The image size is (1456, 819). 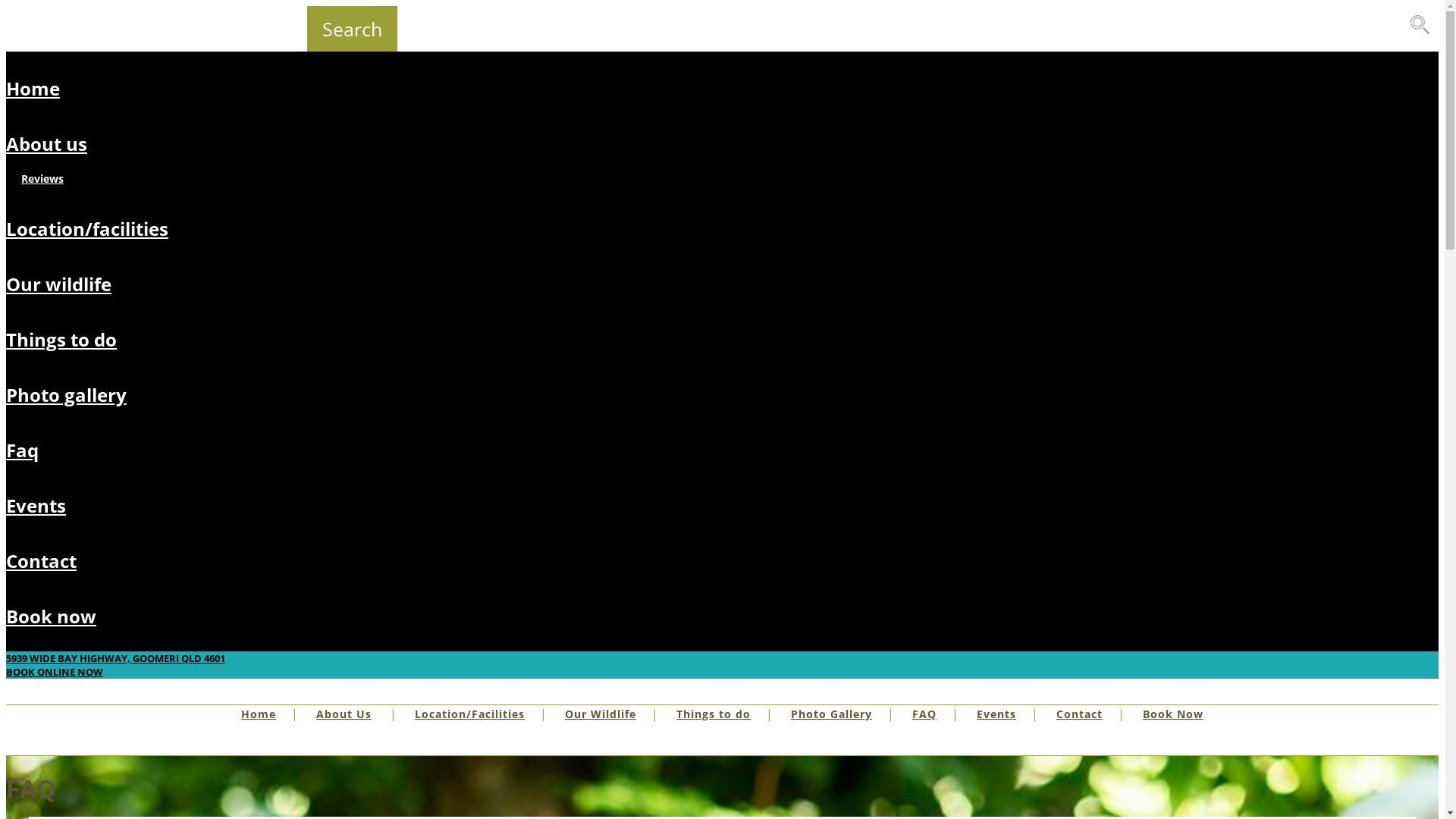 I want to click on 'location/facilities', so click(x=86, y=228).